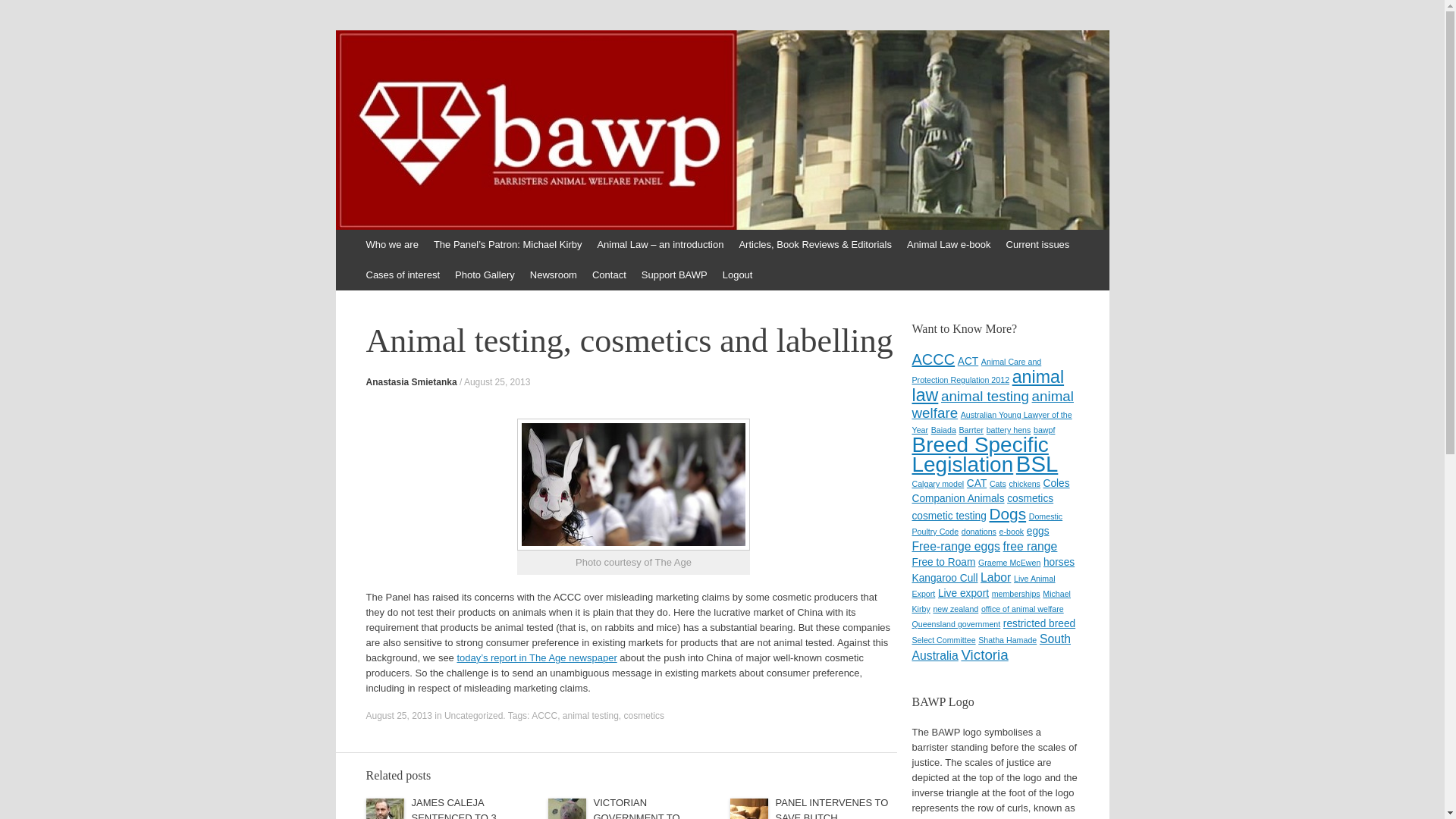  I want to click on 'Domestic Poultry Code', so click(987, 522).